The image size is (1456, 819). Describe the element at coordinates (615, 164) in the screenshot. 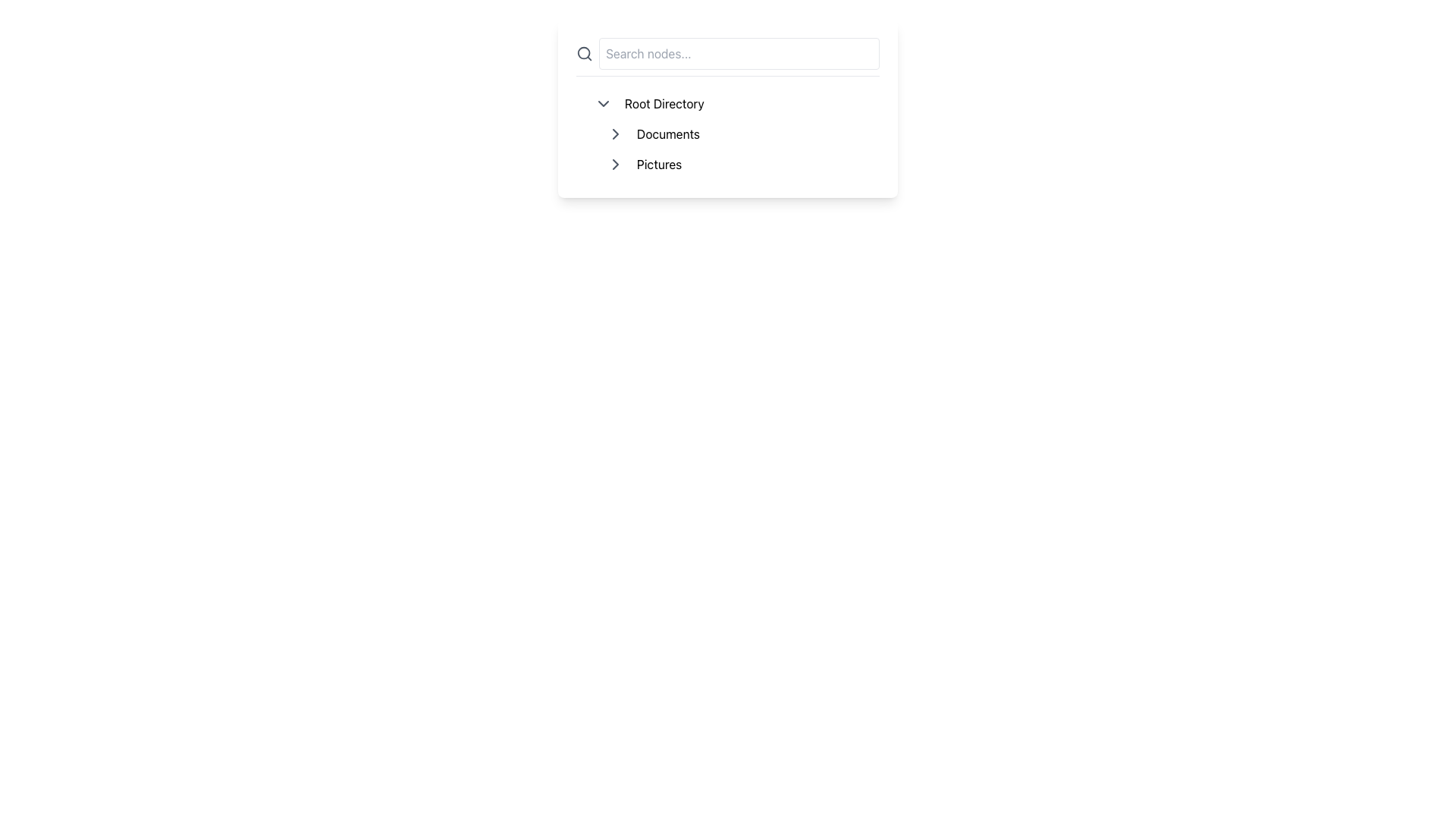

I see `the icon that expands the 'Pictures' directory, located to the left of the 'Pictures' text in a directory-like structure` at that location.